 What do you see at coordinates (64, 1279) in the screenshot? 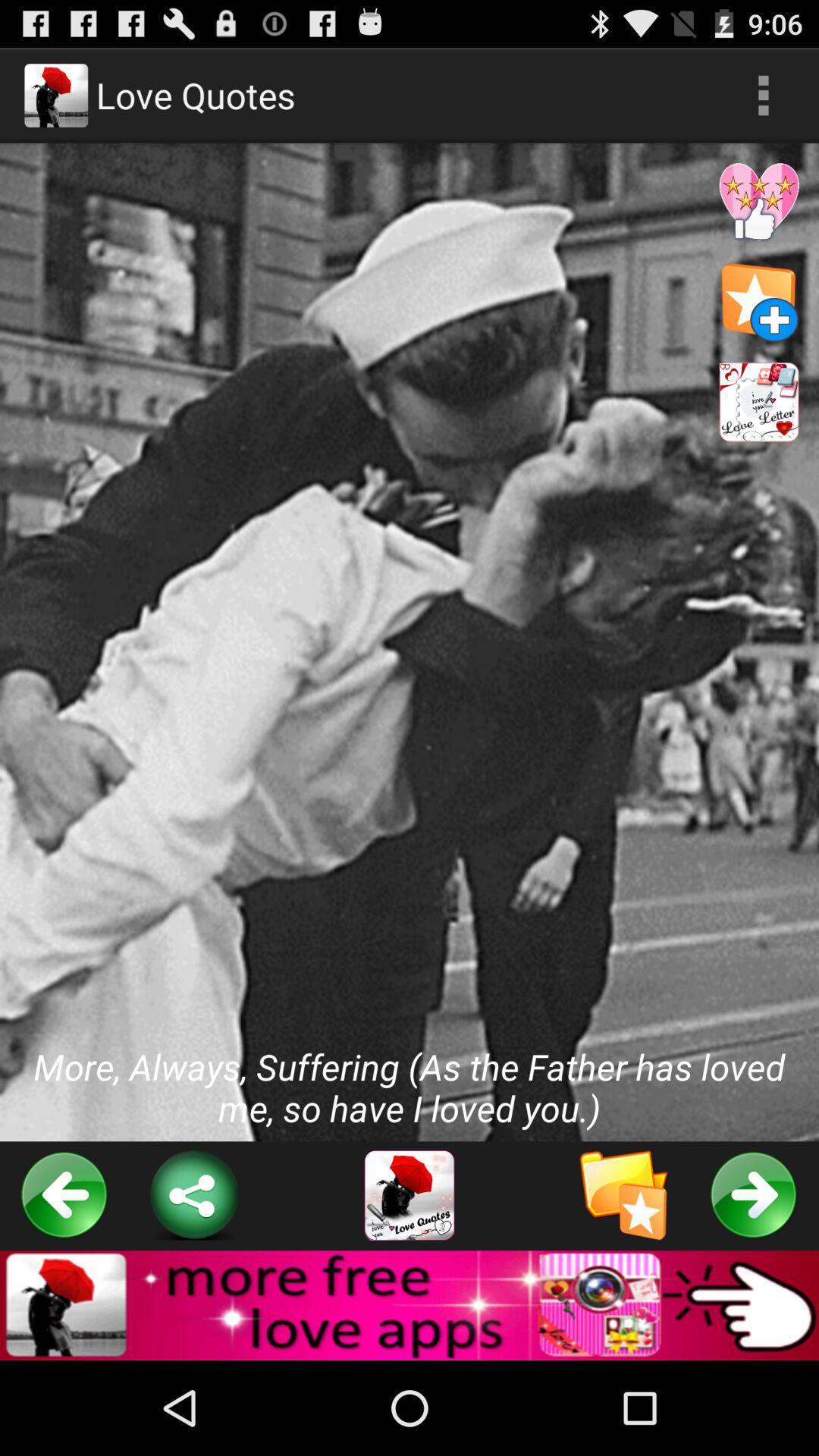
I see `the arrow_backward icon` at bounding box center [64, 1279].